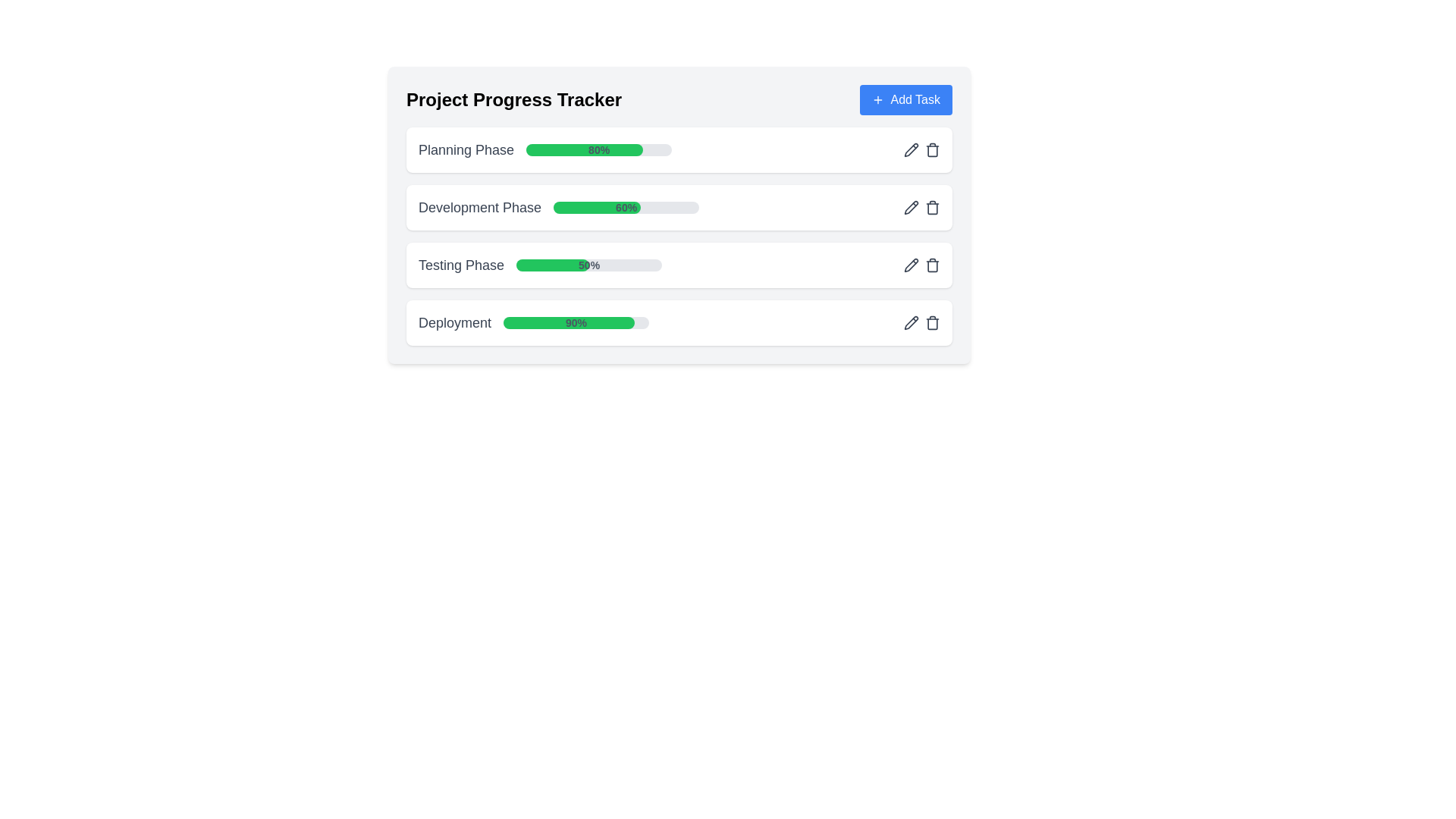  Describe the element at coordinates (568, 322) in the screenshot. I see `the filled green segment of the progress bar in the 'Deployment' row, indicating 90% completion within the progress tracker layout` at that location.